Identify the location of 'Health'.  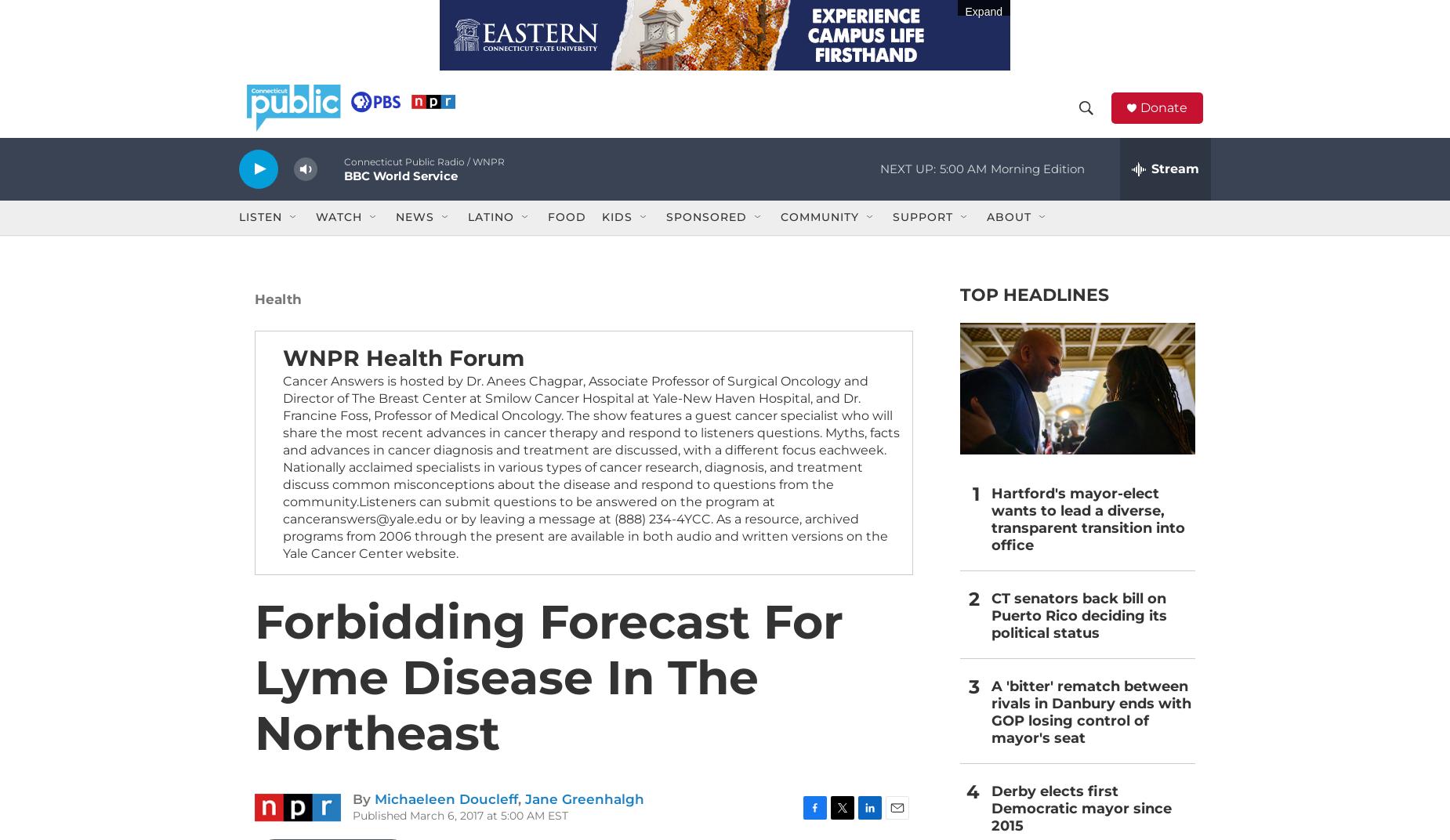
(277, 321).